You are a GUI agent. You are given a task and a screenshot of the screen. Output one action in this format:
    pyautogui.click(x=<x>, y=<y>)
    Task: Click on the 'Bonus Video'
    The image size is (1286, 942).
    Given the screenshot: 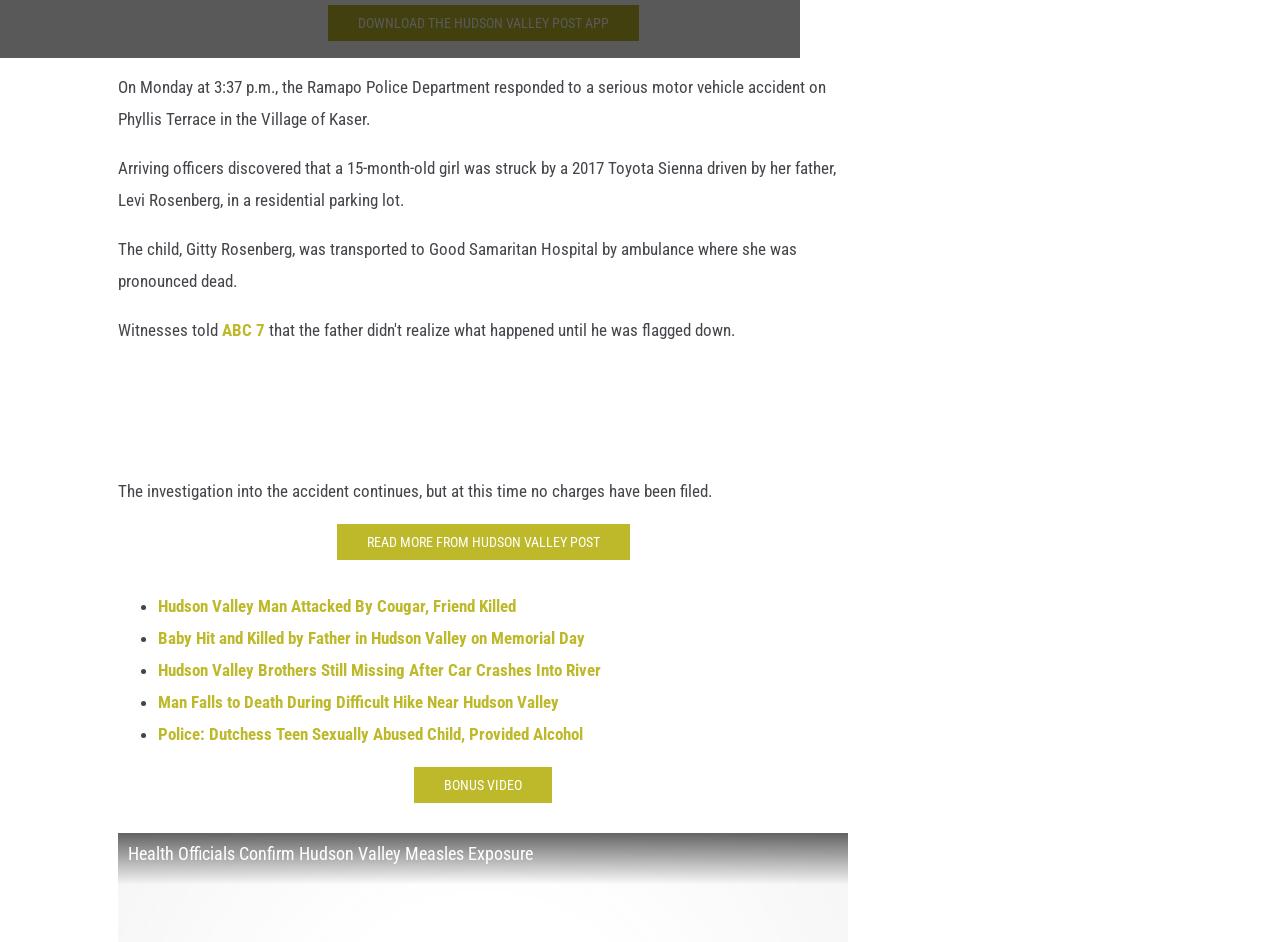 What is the action you would take?
    pyautogui.click(x=443, y=795)
    